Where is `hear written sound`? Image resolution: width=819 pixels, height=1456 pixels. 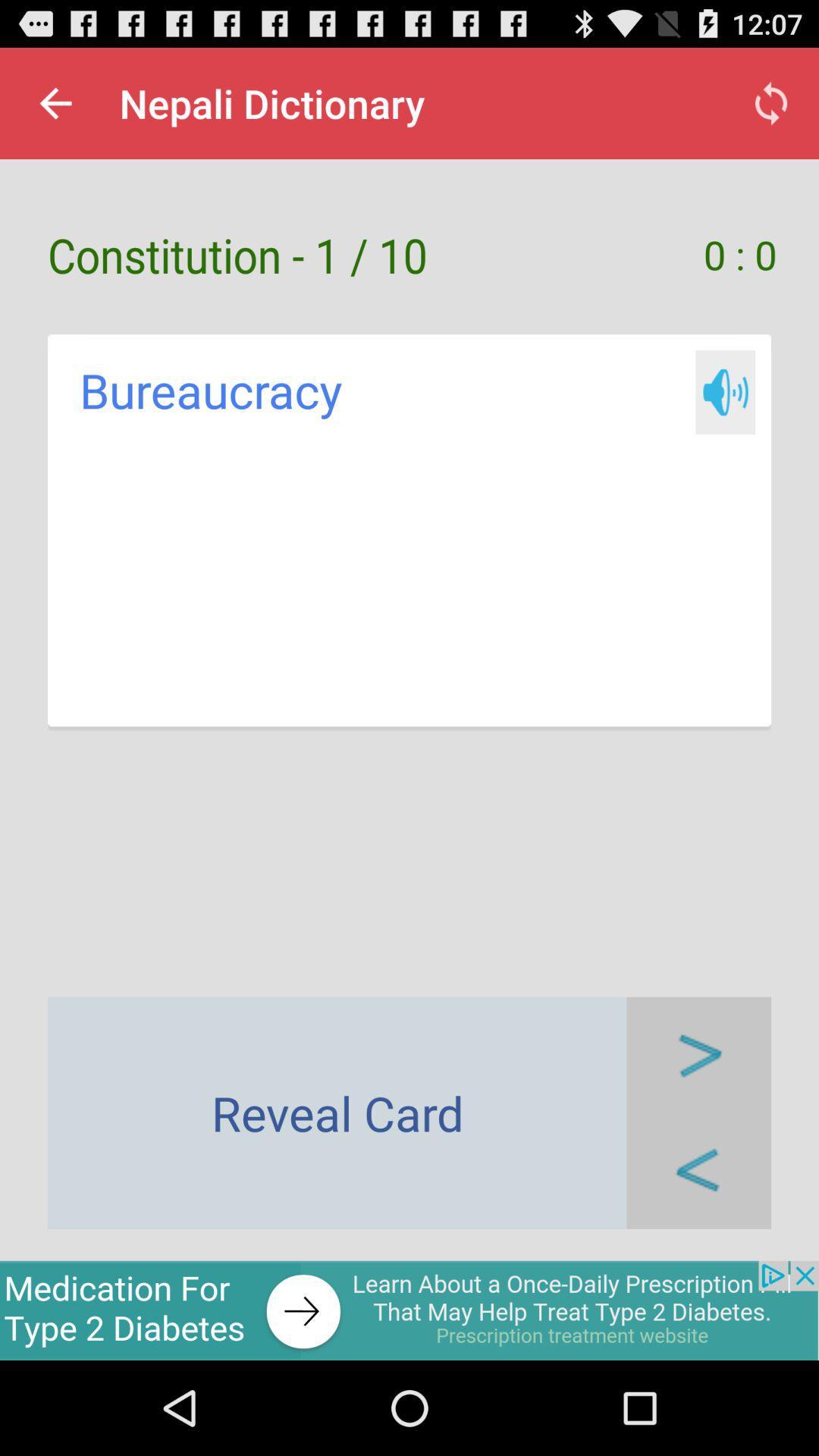
hear written sound is located at coordinates (724, 392).